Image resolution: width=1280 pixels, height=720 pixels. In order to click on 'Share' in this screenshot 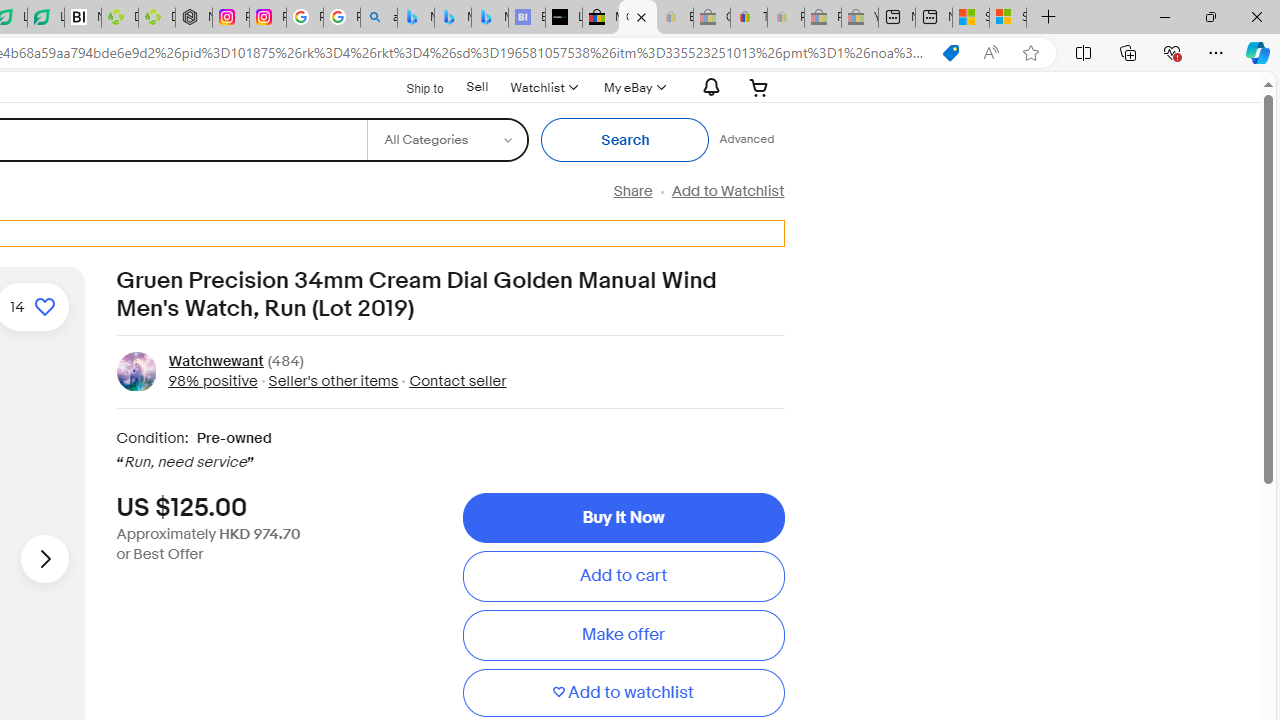, I will do `click(631, 191)`.